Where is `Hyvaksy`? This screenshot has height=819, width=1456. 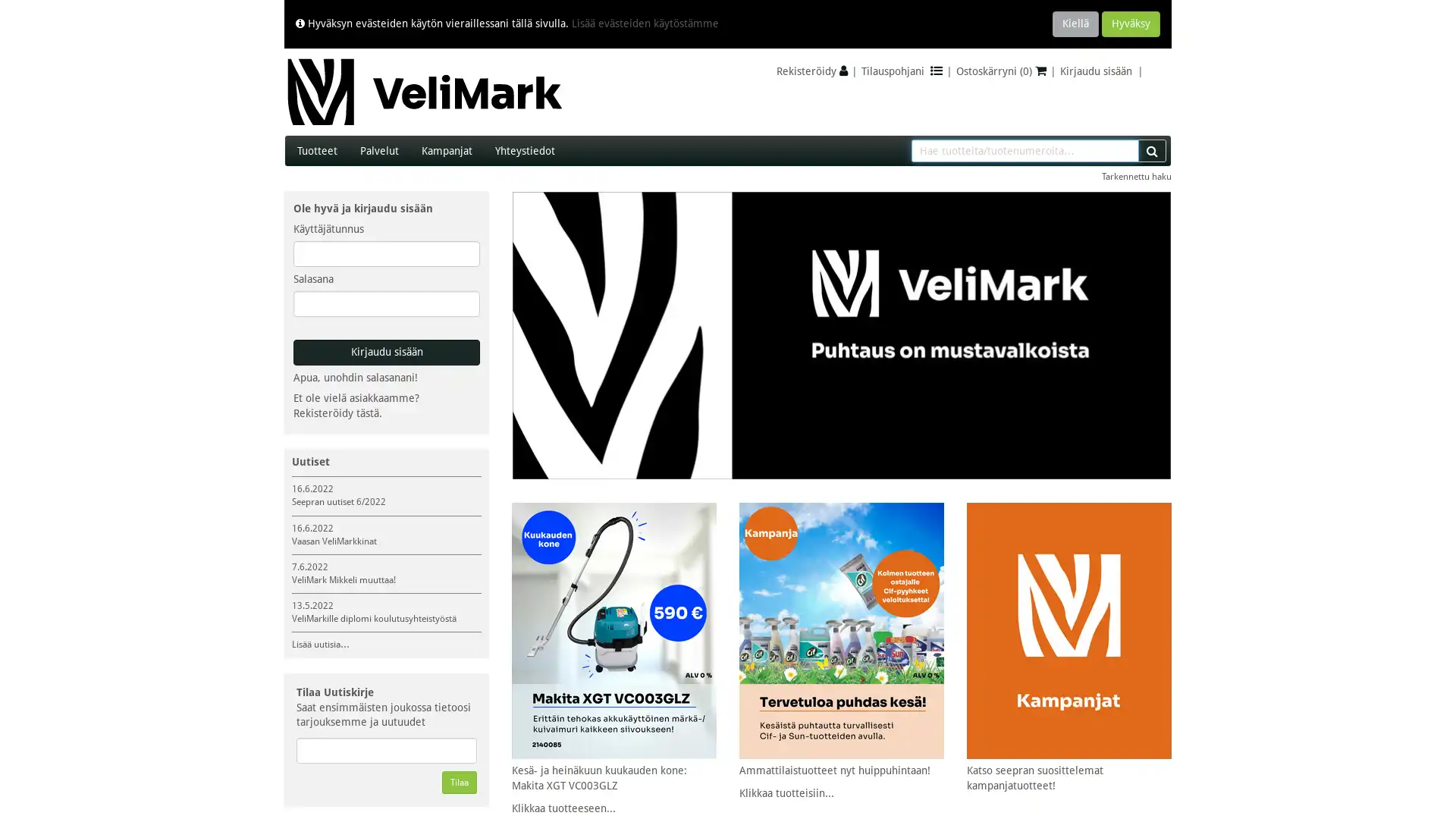
Hyvaksy is located at coordinates (1131, 24).